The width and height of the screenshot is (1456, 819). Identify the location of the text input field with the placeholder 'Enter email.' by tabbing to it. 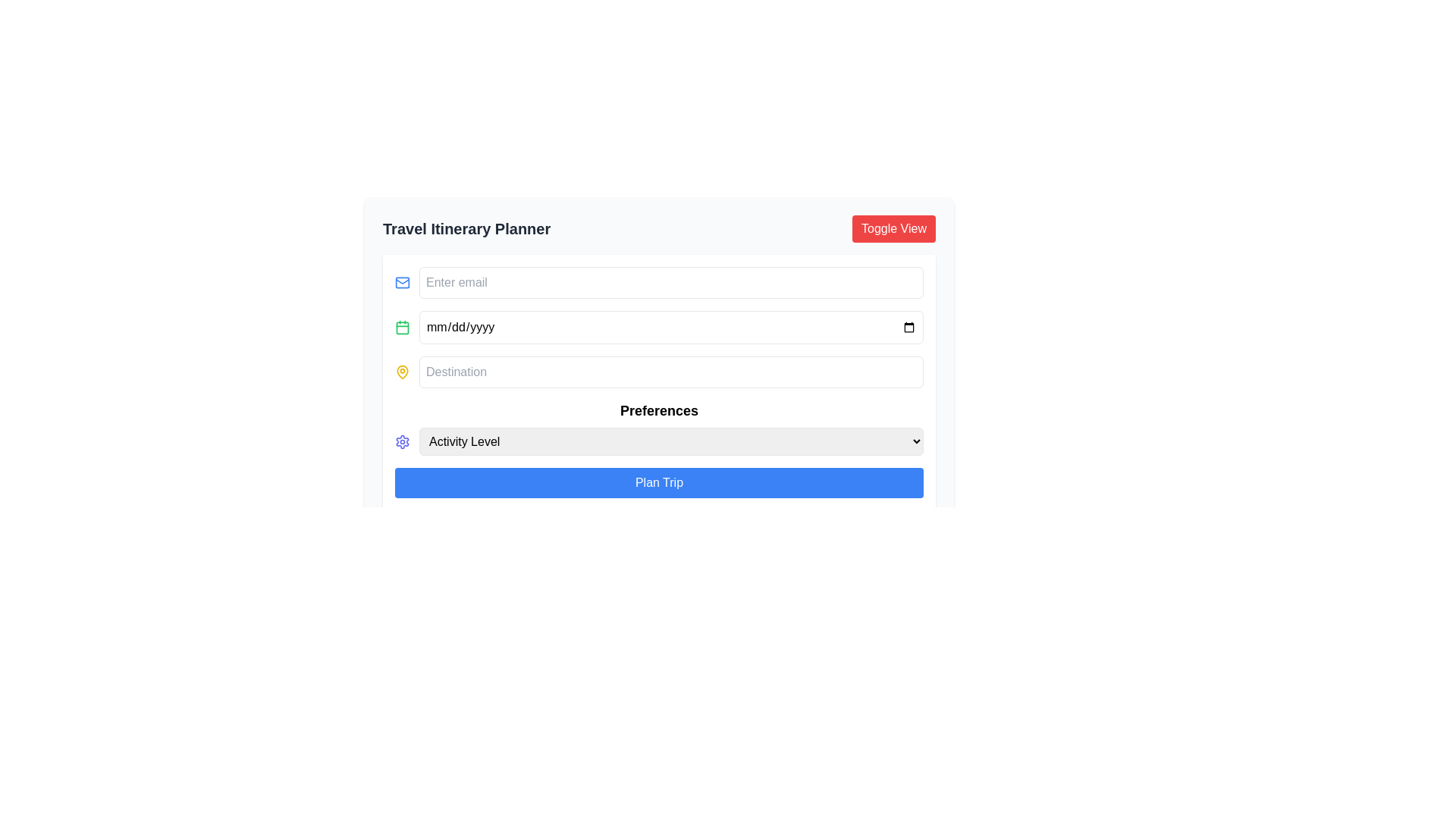
(670, 283).